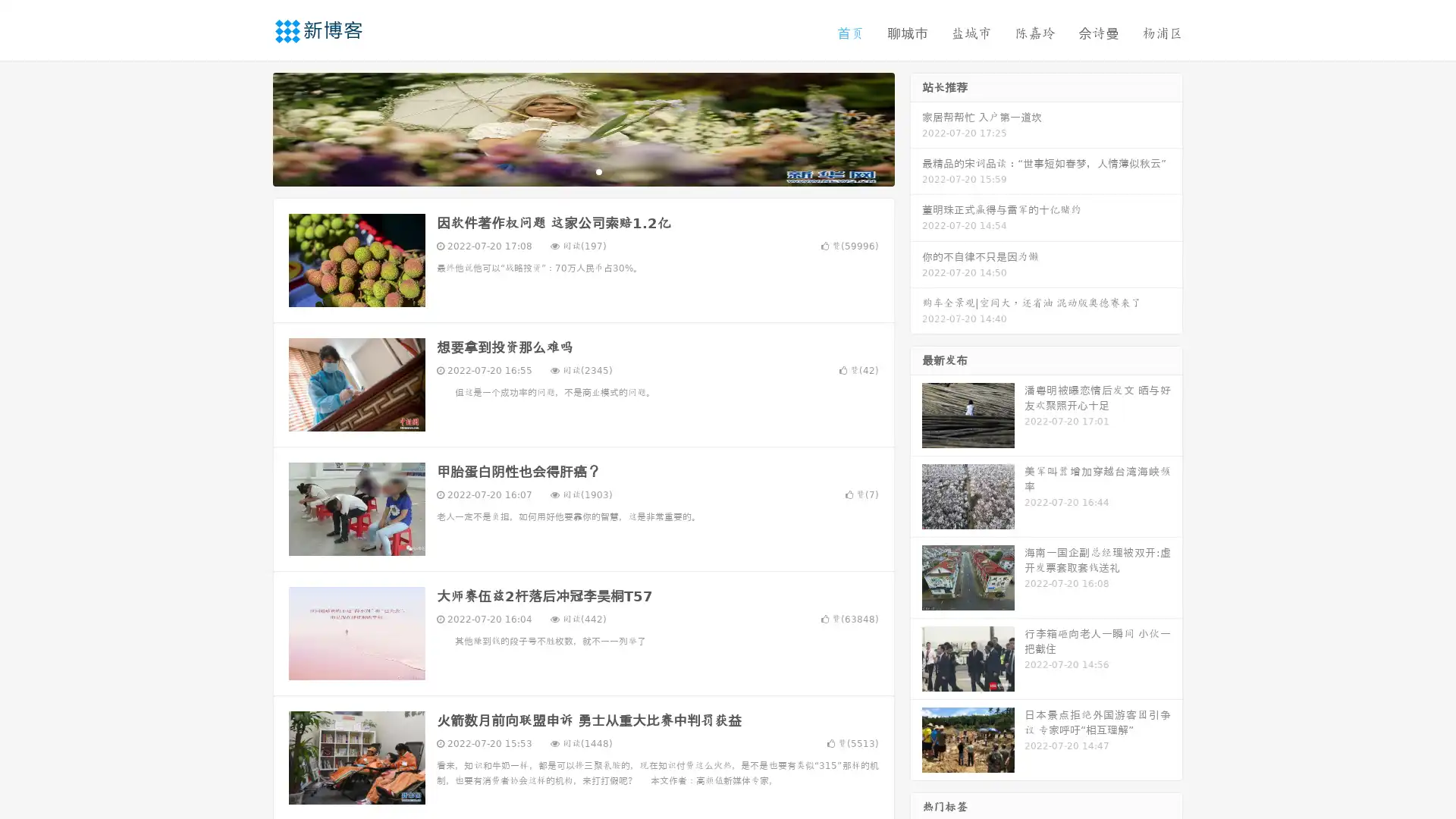  What do you see at coordinates (916, 127) in the screenshot?
I see `Next slide` at bounding box center [916, 127].